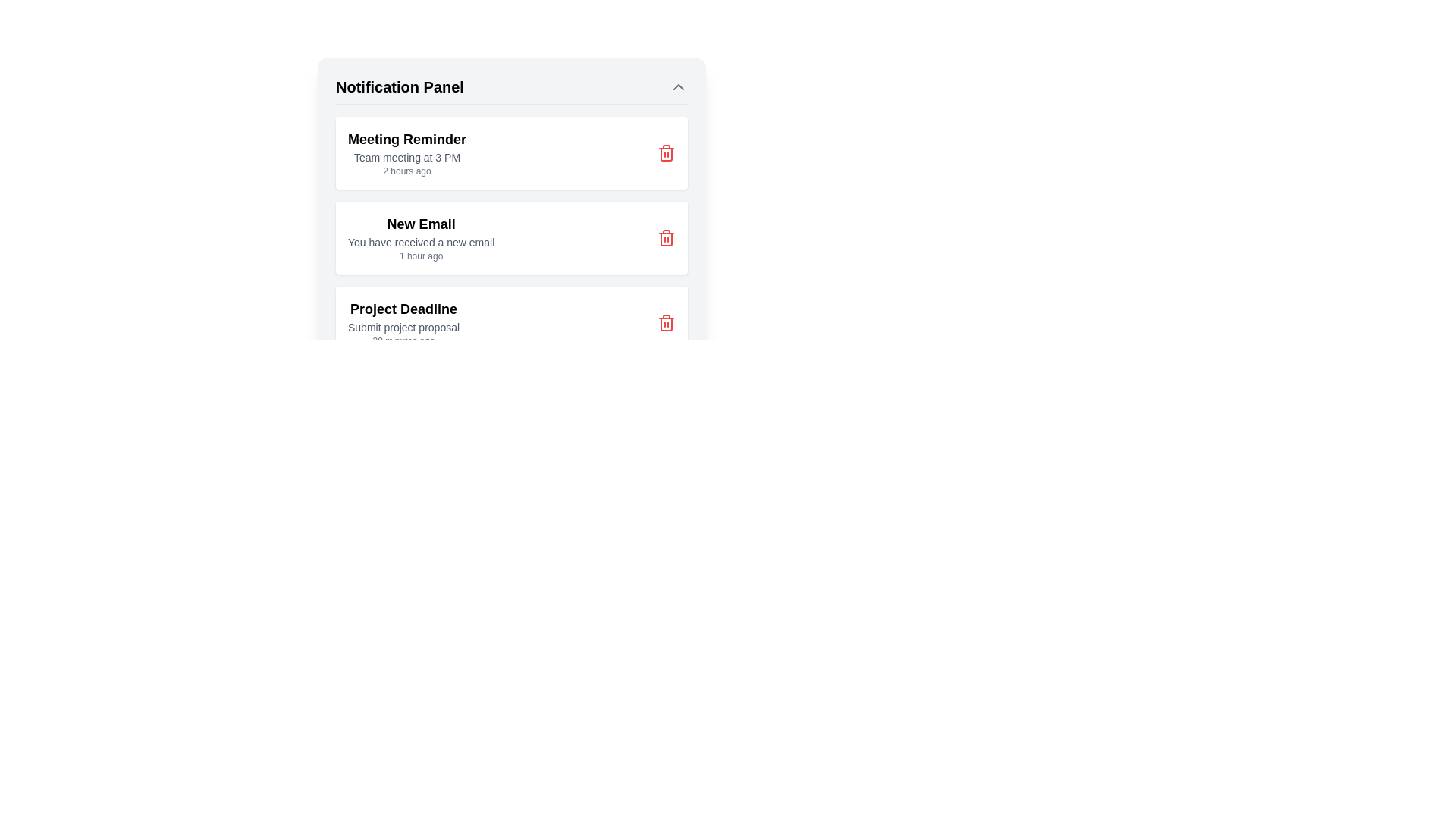 The image size is (1456, 819). I want to click on the static text display indicating a new email, which includes a bold title 'New Email', a description 'You have received a new email', and a time indicator '1 hour ago', positioned as the second item in a vertical list of notifications, so click(421, 237).